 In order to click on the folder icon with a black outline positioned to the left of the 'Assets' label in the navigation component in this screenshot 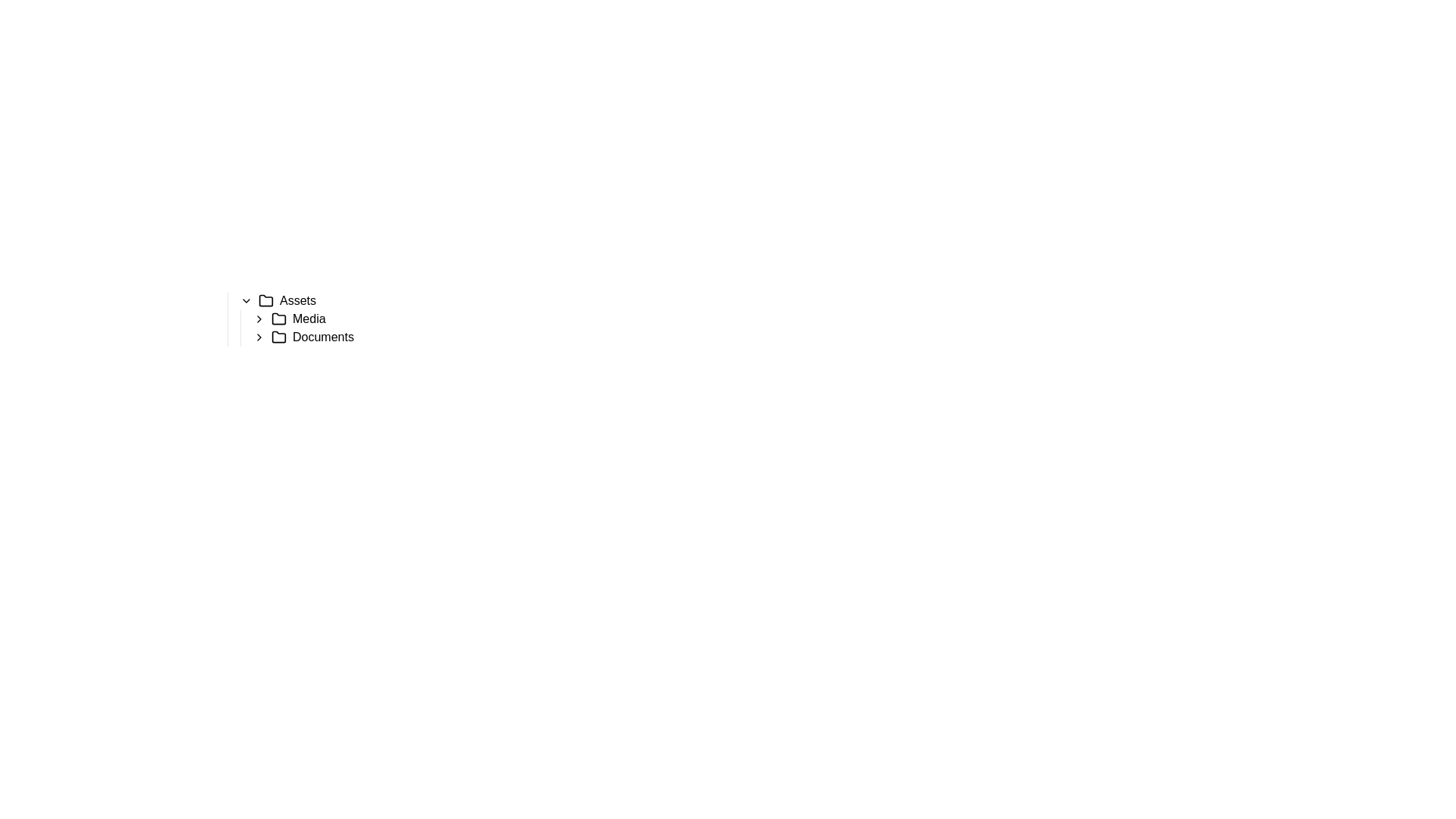, I will do `click(265, 301)`.